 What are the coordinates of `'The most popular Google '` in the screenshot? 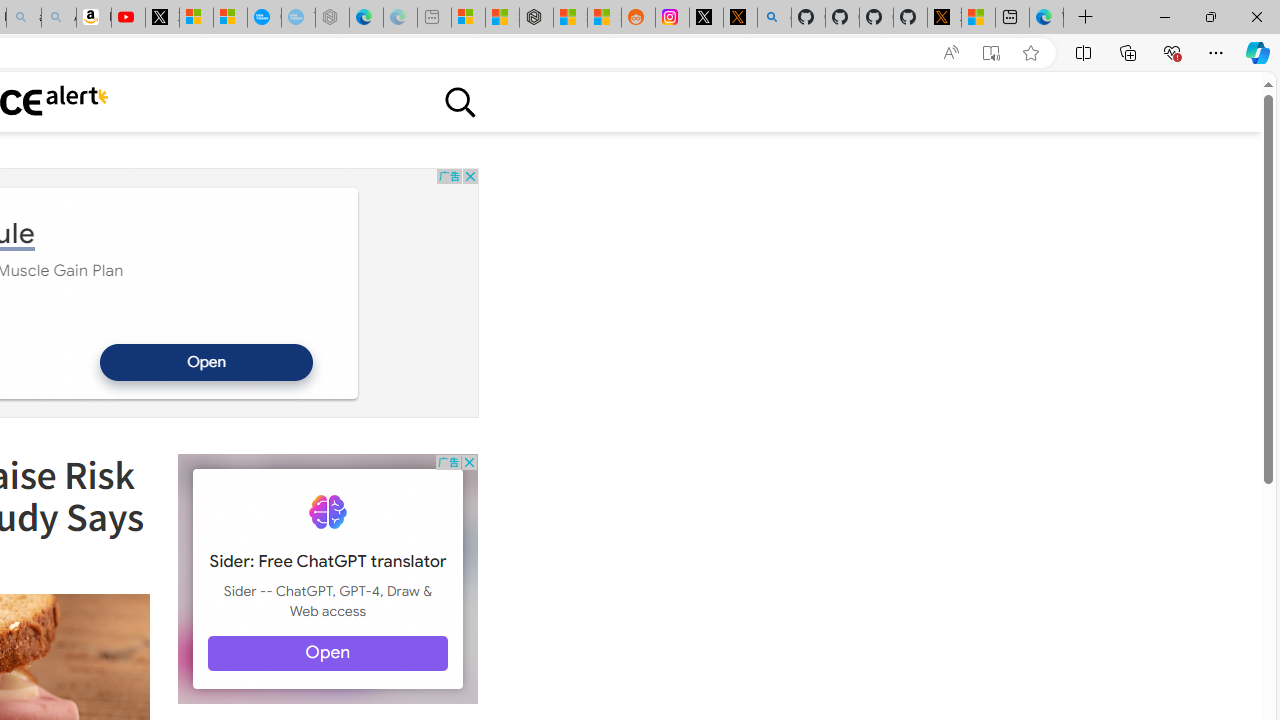 It's located at (297, 17).